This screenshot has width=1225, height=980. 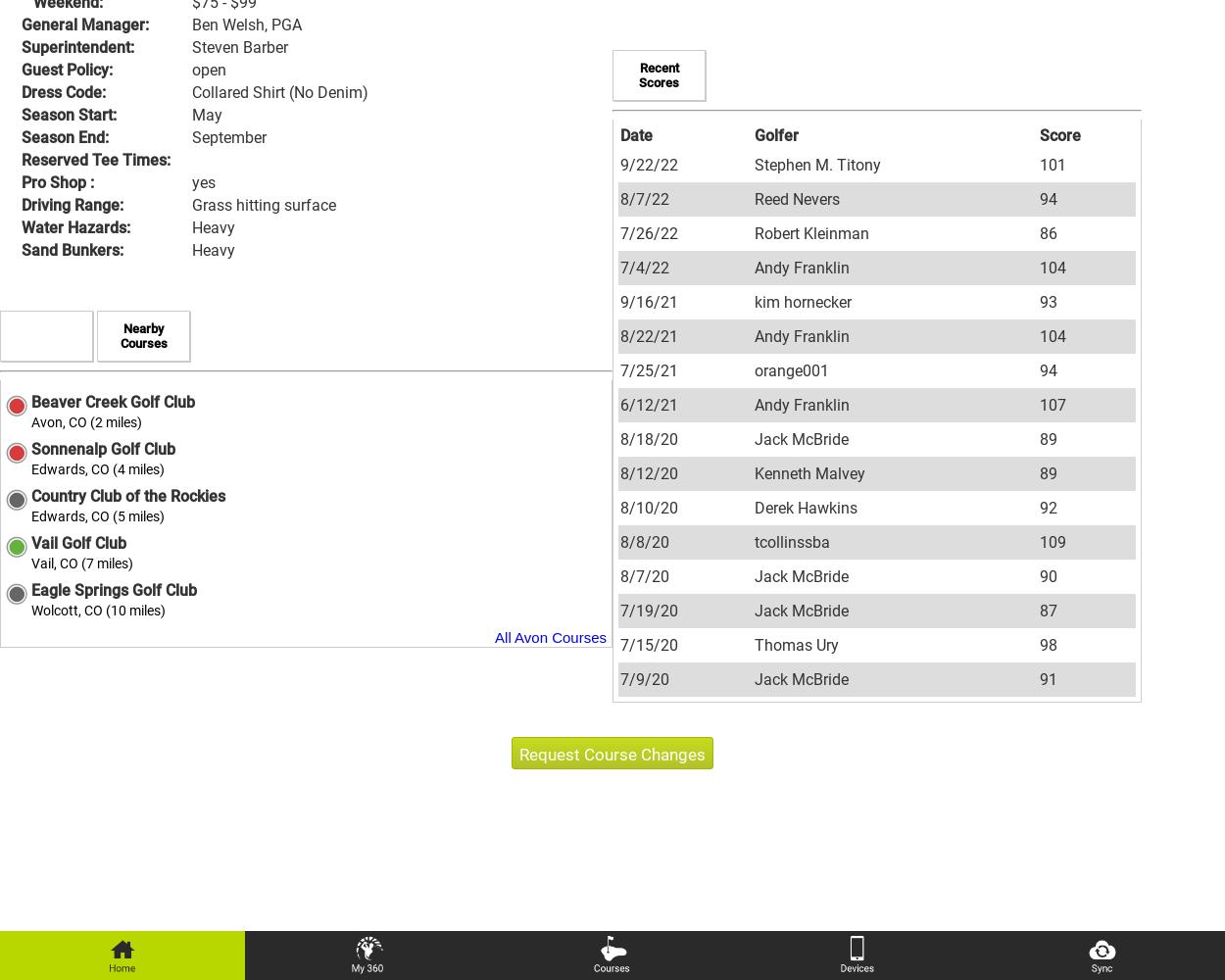 I want to click on '109', so click(x=1039, y=541).